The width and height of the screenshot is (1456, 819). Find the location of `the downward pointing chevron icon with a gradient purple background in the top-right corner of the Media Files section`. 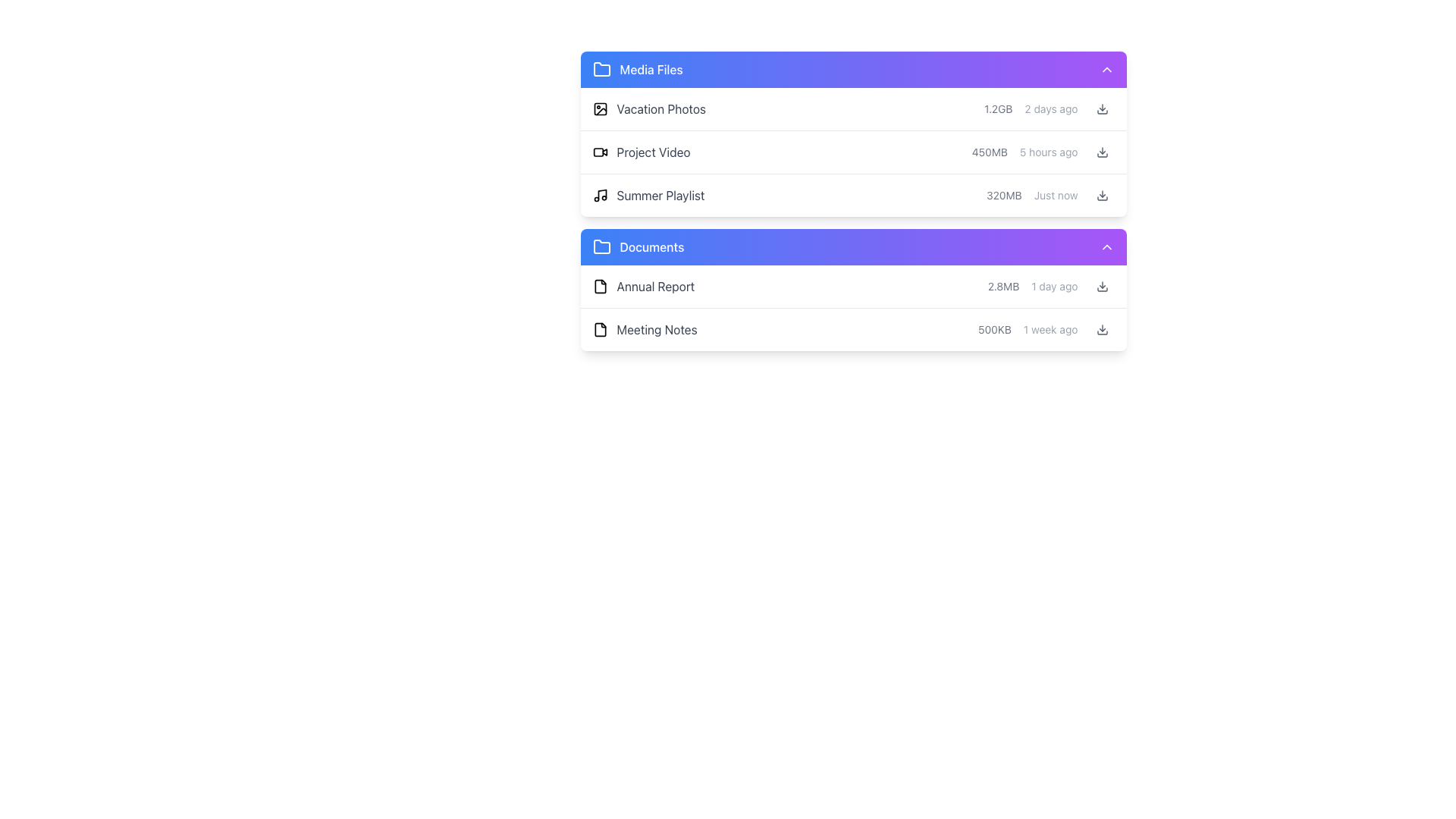

the downward pointing chevron icon with a gradient purple background in the top-right corner of the Media Files section is located at coordinates (1106, 70).